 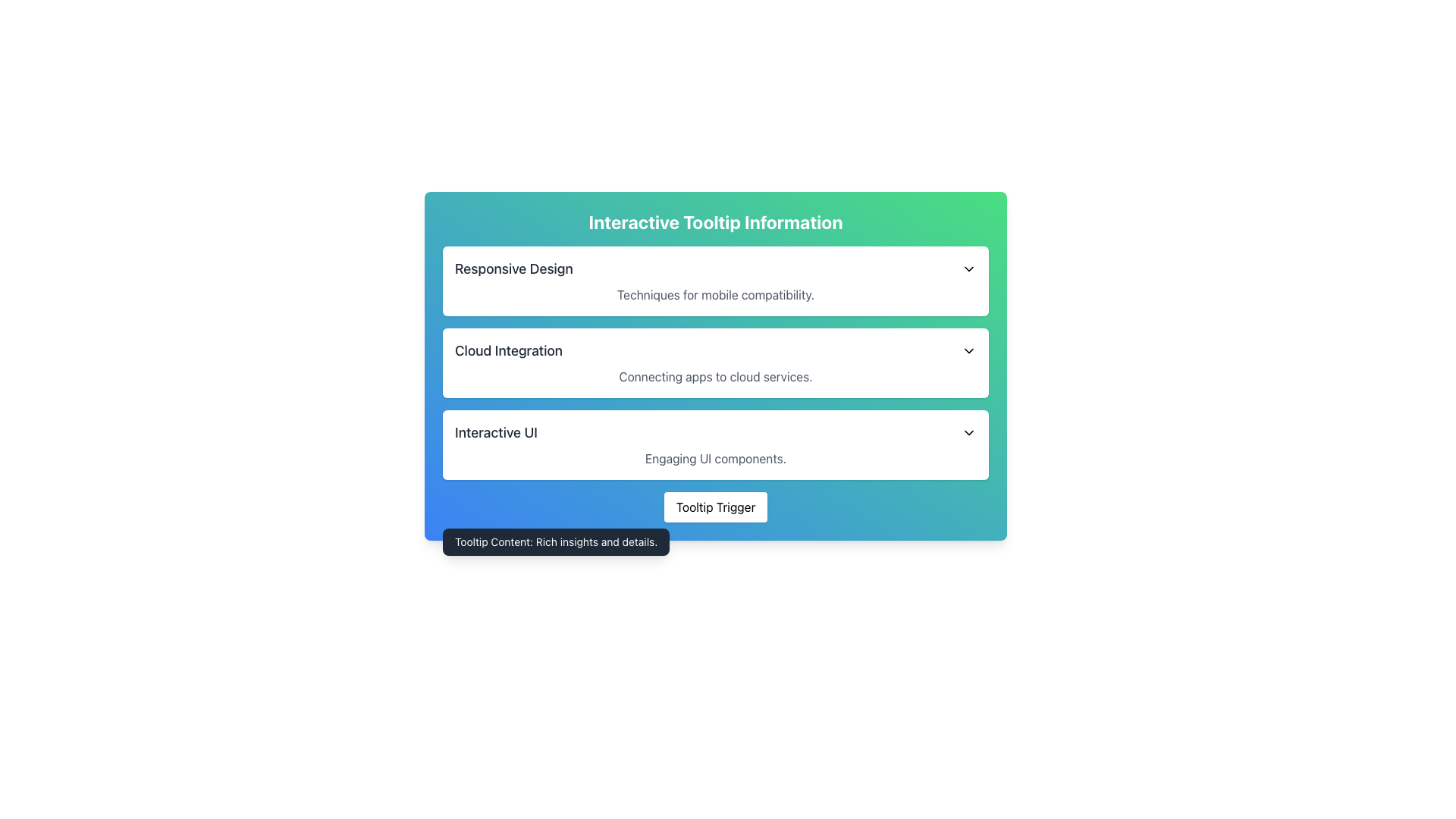 What do you see at coordinates (968, 268) in the screenshot?
I see `the chevron icon that serves as a dropdown indicator for 'Responsive Design' to activate the tooltip` at bounding box center [968, 268].